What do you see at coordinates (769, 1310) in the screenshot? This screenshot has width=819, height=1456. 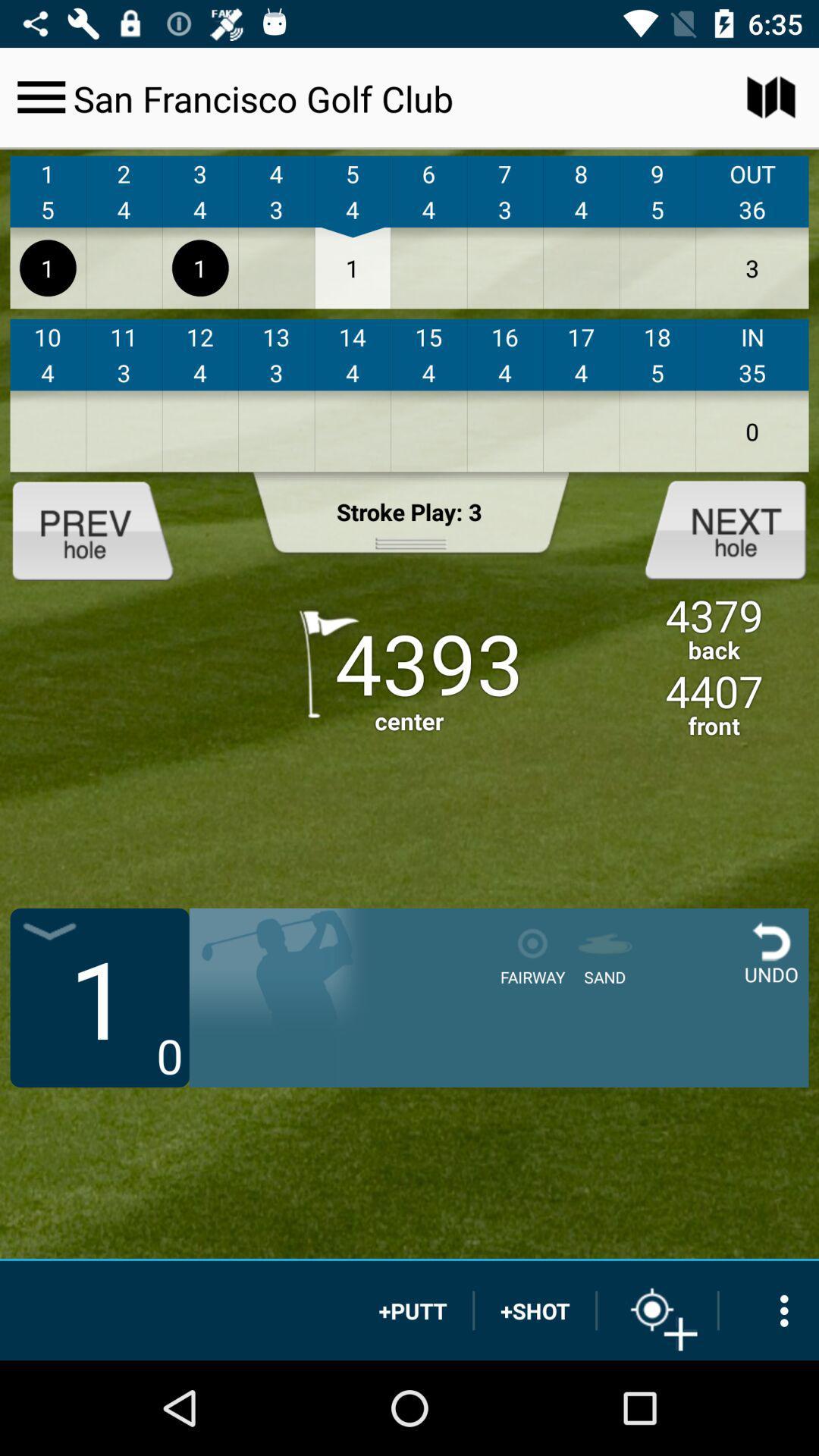 I see `more options` at bounding box center [769, 1310].